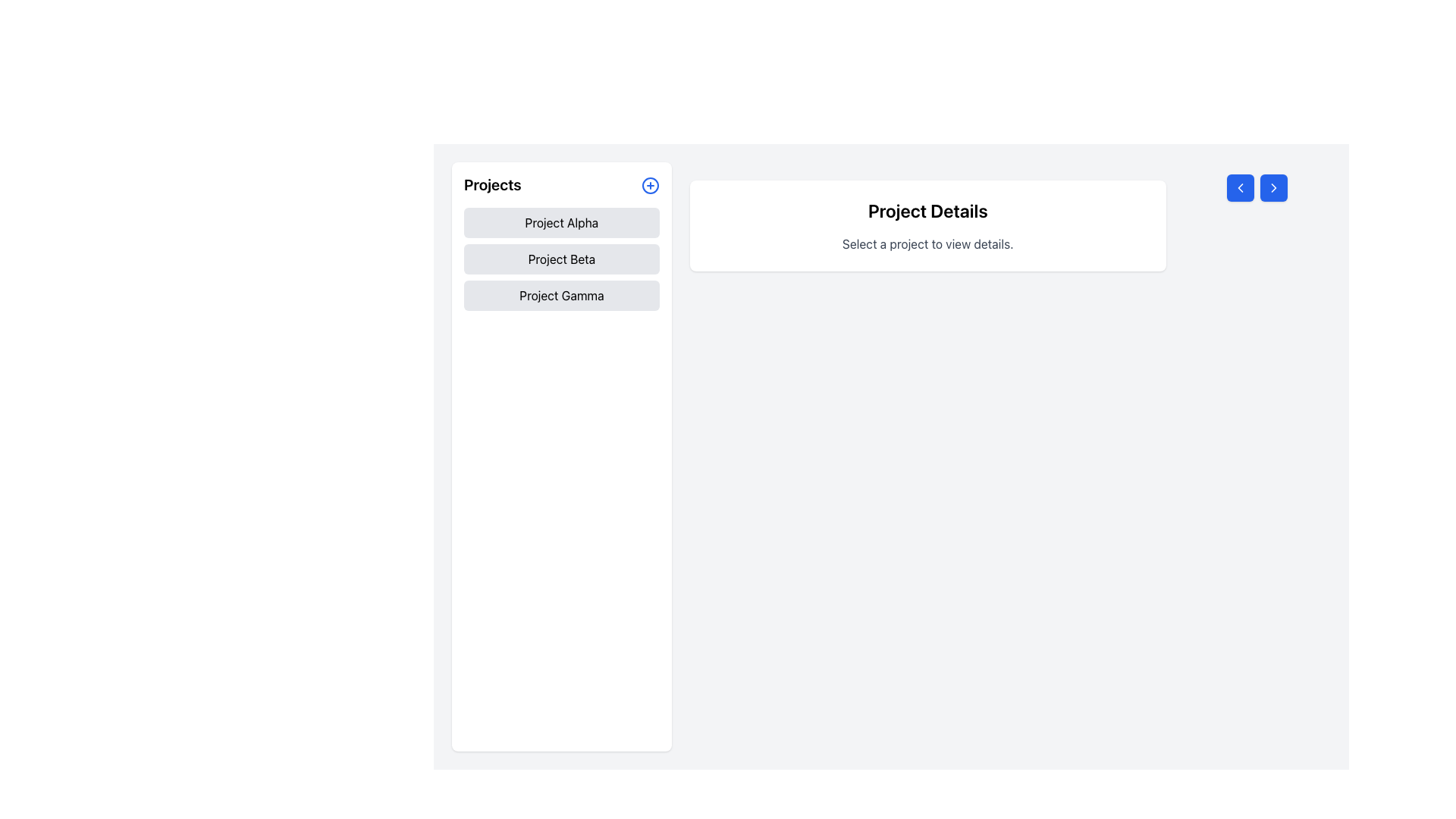  I want to click on the circular outline of the plus-circle icon located in the top-right corner of the 'Projects' sidebar section, so click(650, 184).